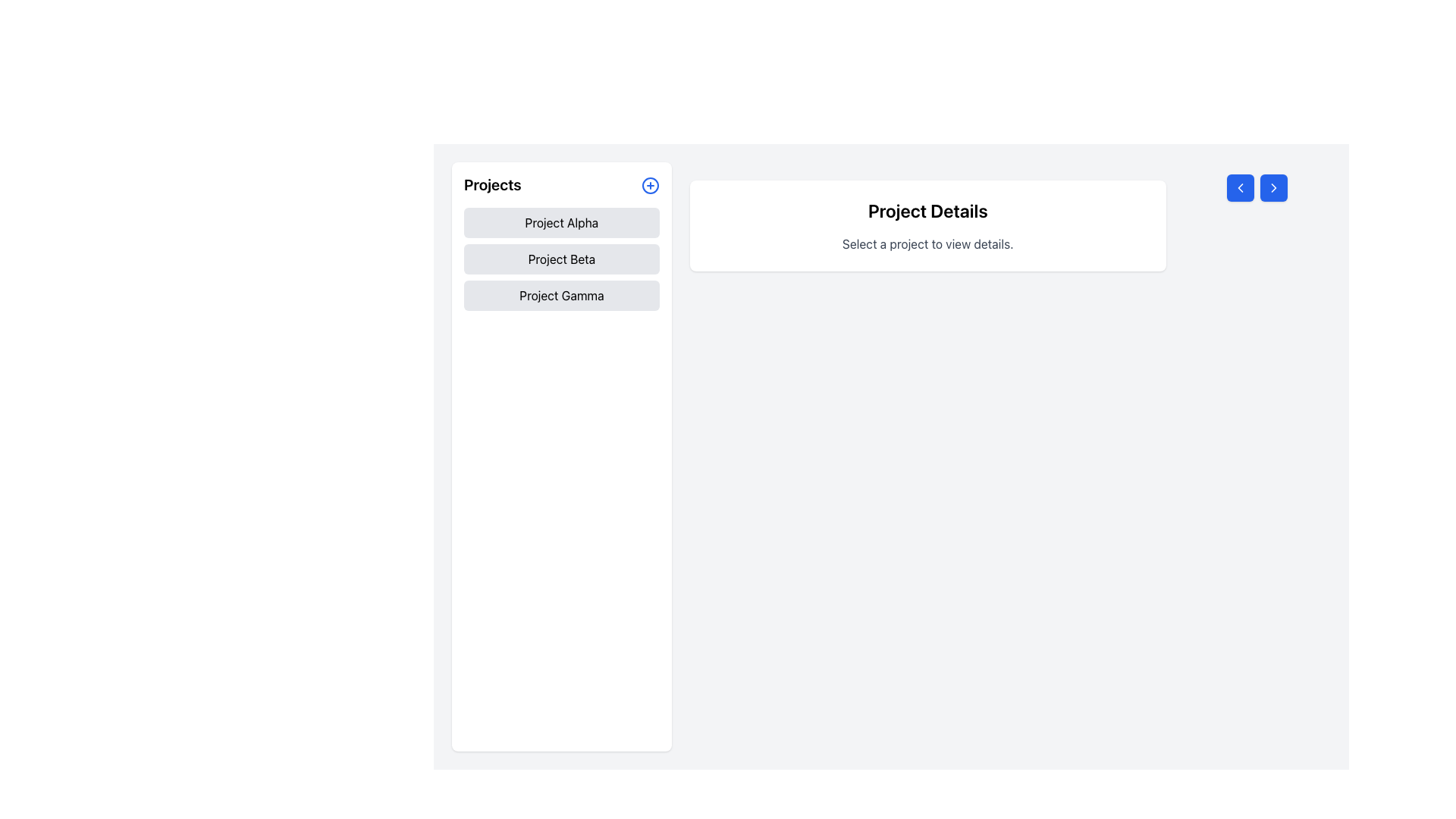  I want to click on the circular outline of the plus-circle icon located in the top-right corner of the 'Projects' sidebar section, so click(650, 184).